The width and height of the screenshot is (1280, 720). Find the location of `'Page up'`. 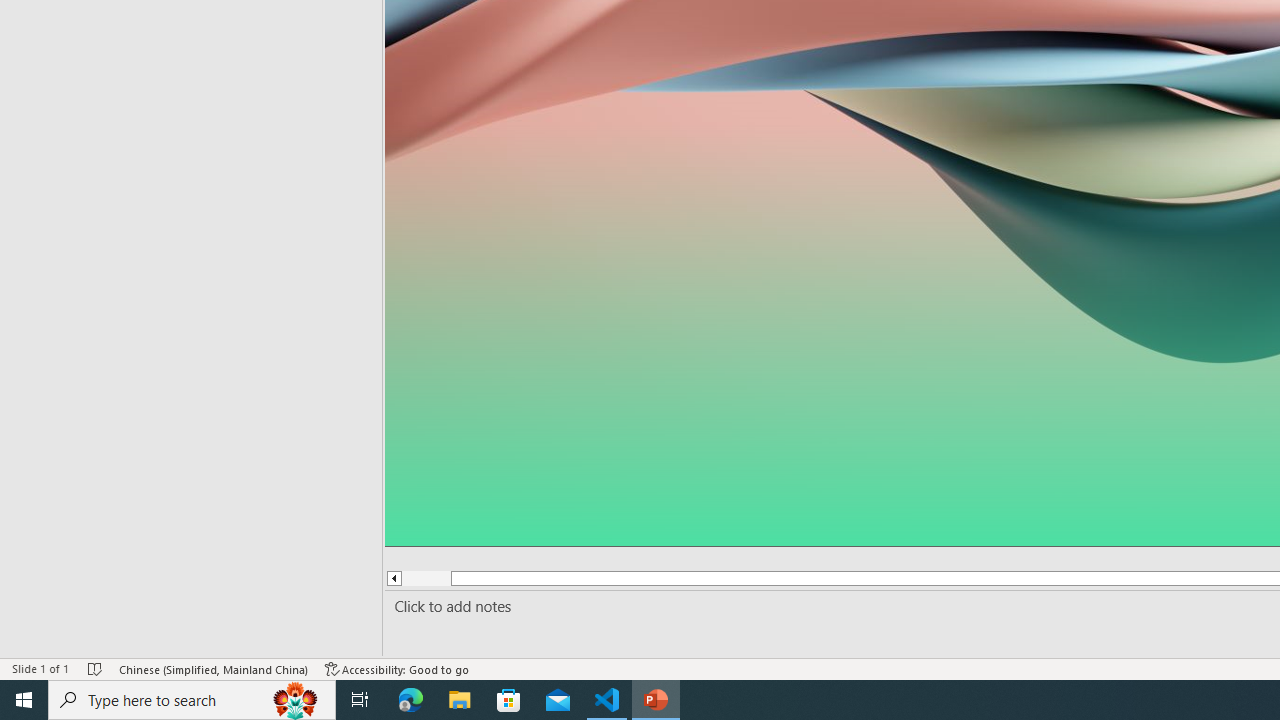

'Page up' is located at coordinates (425, 578).